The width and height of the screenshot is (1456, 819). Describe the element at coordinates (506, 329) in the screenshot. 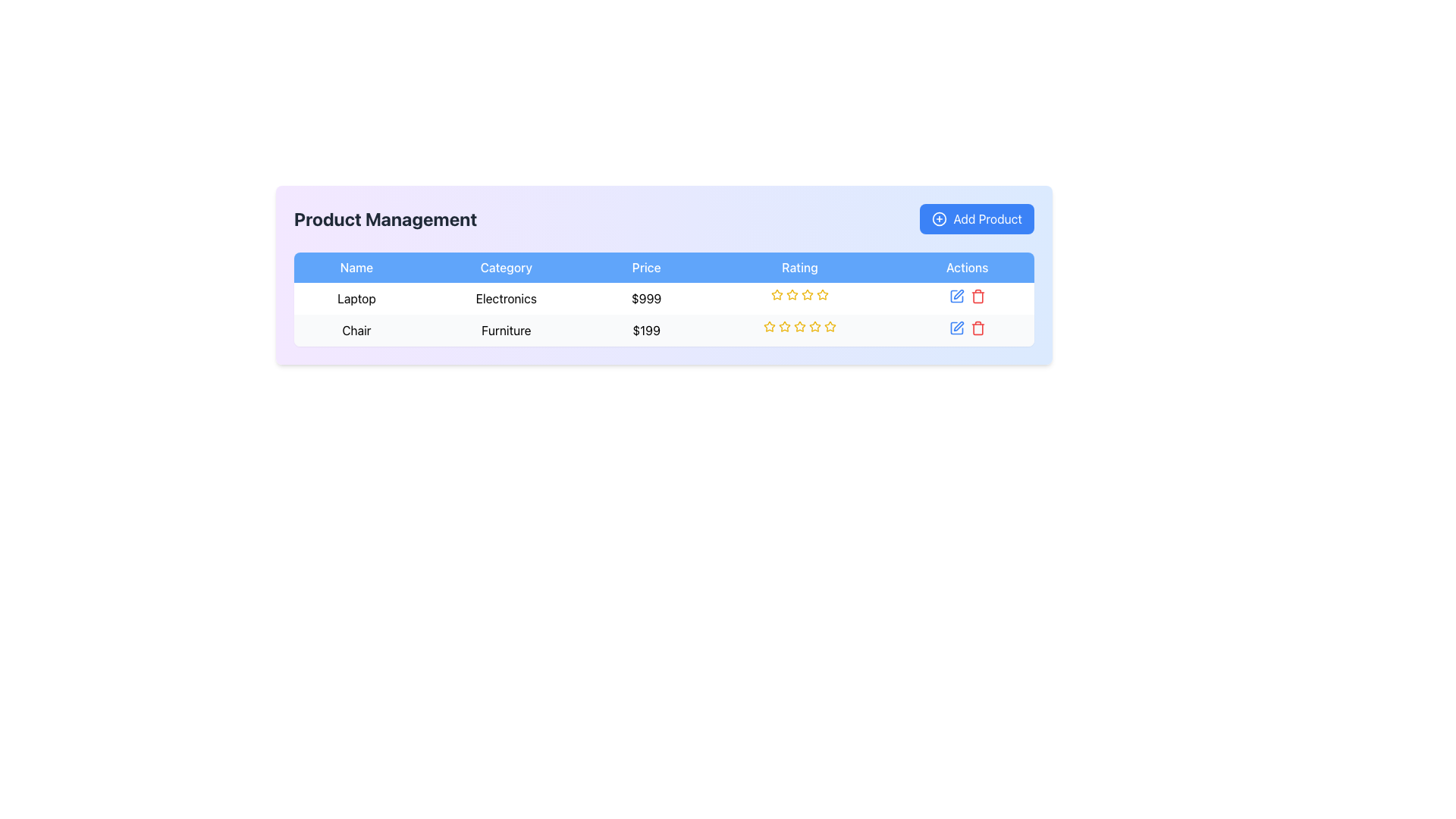

I see `the text label displaying 'Furniture' which is in bold sans-serif font, located in the second row under the 'Category' column of the table, between 'Chair' and '$199'` at that location.